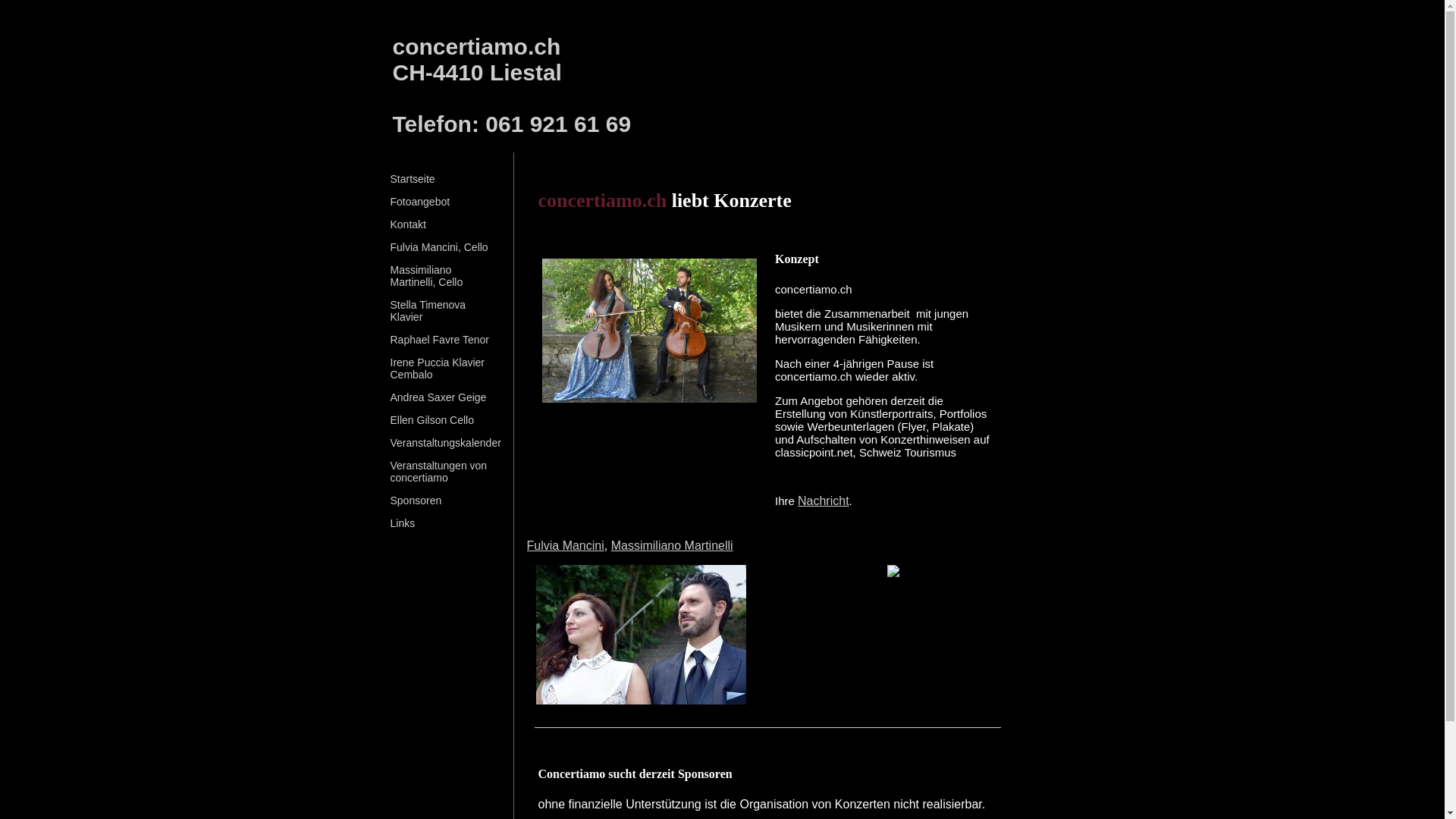 This screenshot has width=1456, height=819. I want to click on 'concertiamo.ch, so click(393, 85).